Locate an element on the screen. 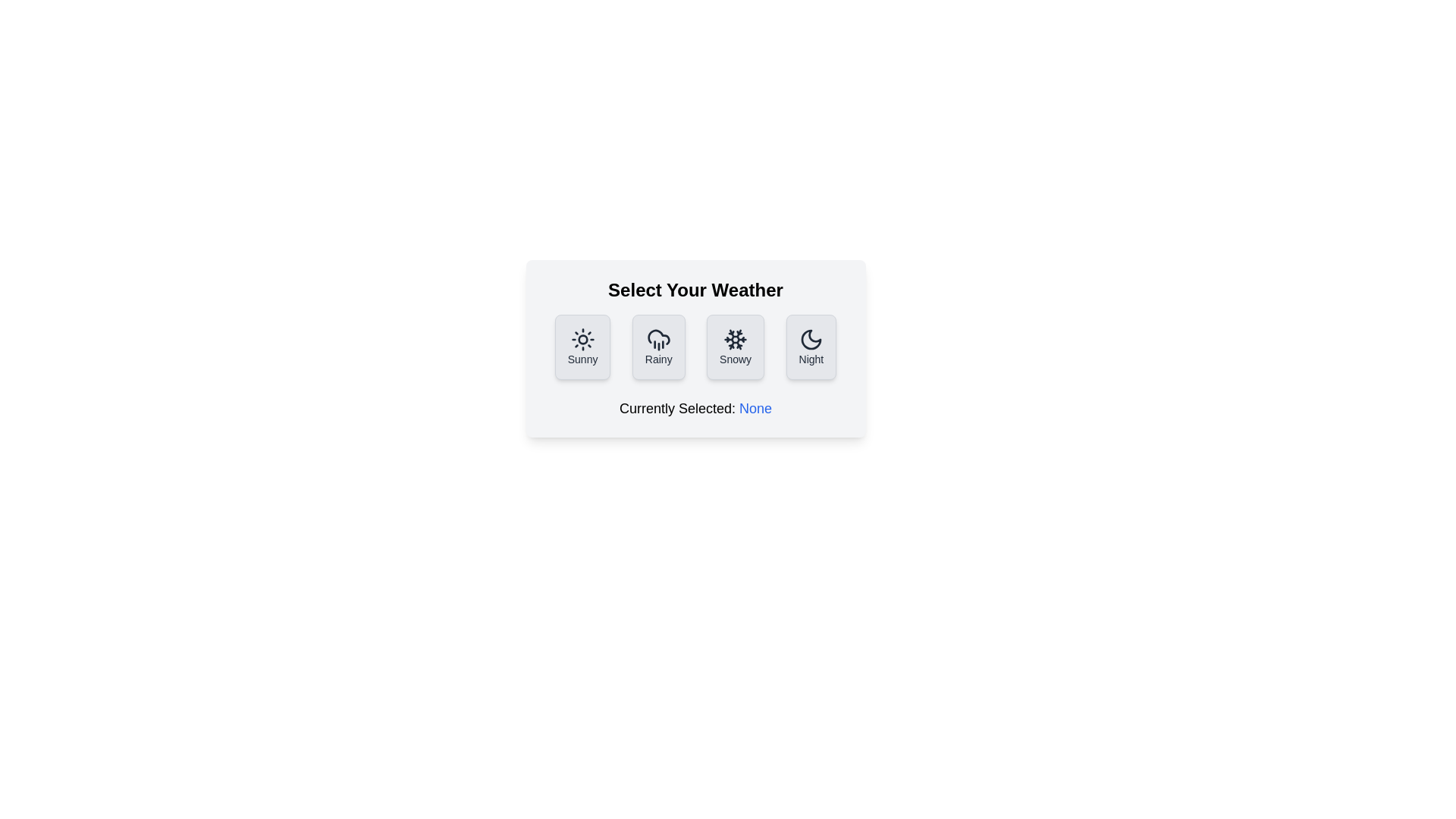  the sun icon, which is a minimalist SVG graphic with a circular center and radiating lines, located in the top section of the weather options labeled 'Sunny' is located at coordinates (582, 338).